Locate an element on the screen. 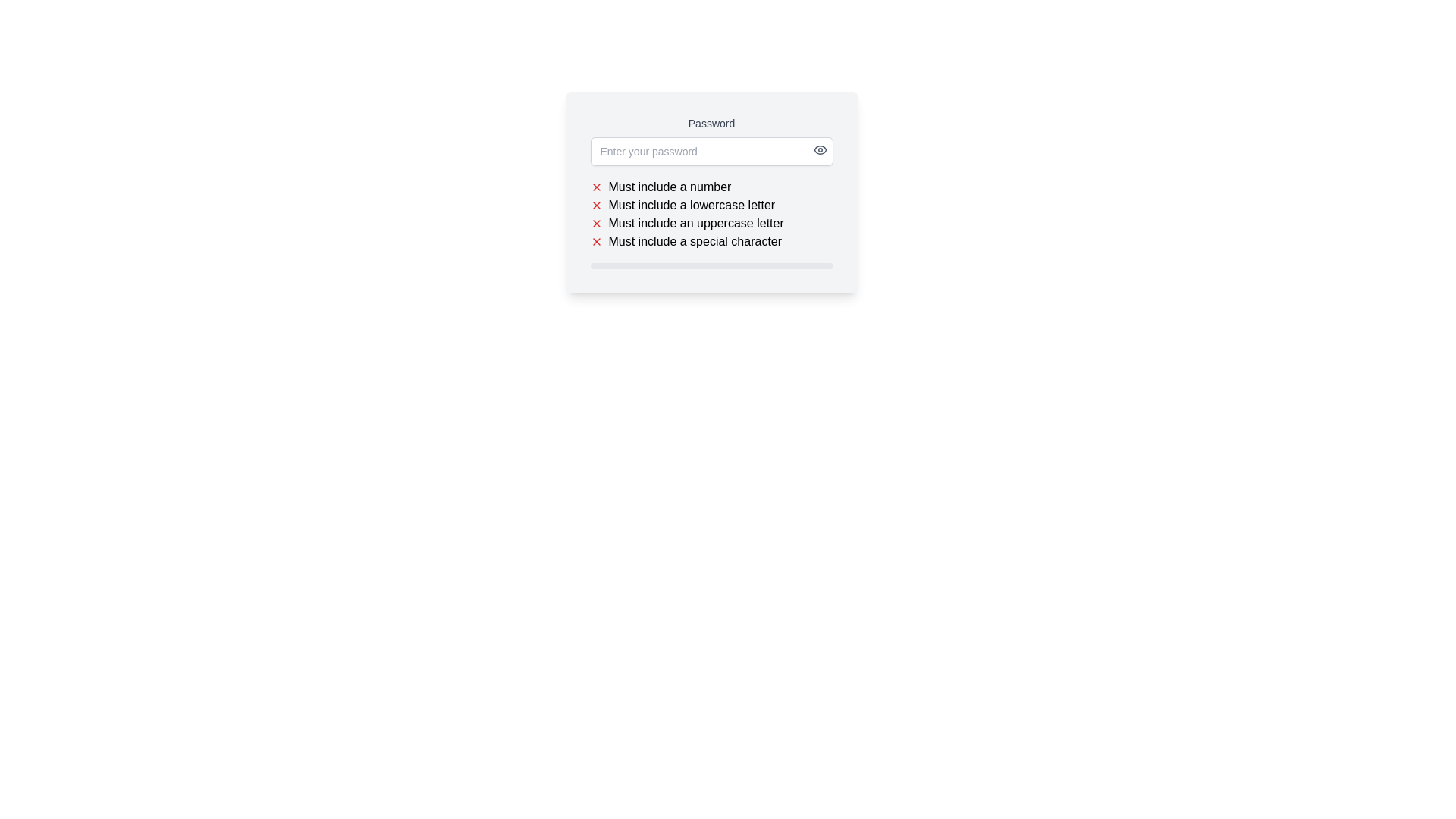 The width and height of the screenshot is (1456, 819). the icon indicating that the condition 'Must include a number' is not met, located to the left of the corresponding text in the password validation section is located at coordinates (595, 186).